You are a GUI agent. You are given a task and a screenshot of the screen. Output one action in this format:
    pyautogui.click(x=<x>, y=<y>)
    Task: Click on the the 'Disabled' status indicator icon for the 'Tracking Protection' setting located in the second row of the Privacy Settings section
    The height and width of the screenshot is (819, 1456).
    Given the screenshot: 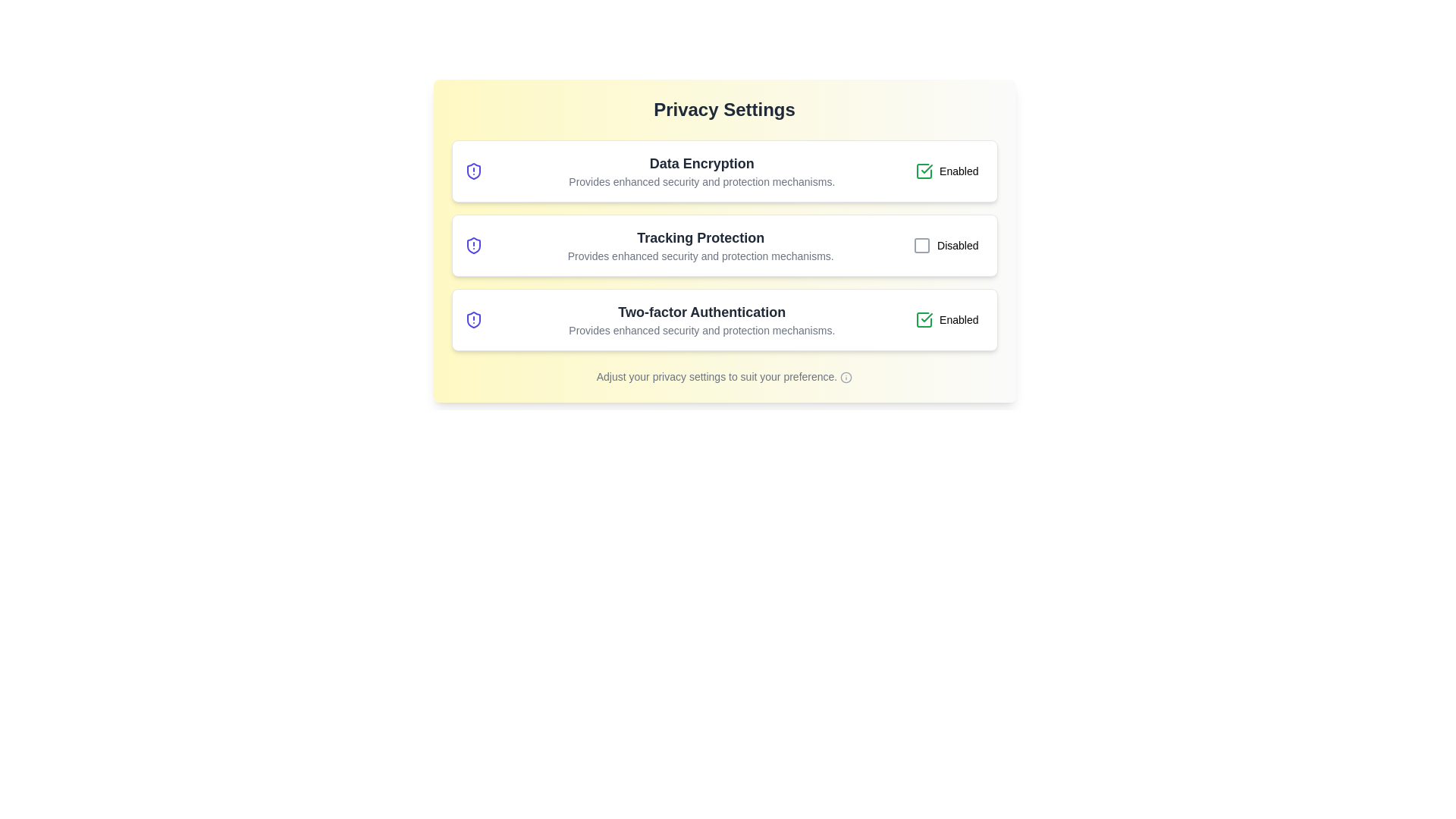 What is the action you would take?
    pyautogui.click(x=921, y=245)
    